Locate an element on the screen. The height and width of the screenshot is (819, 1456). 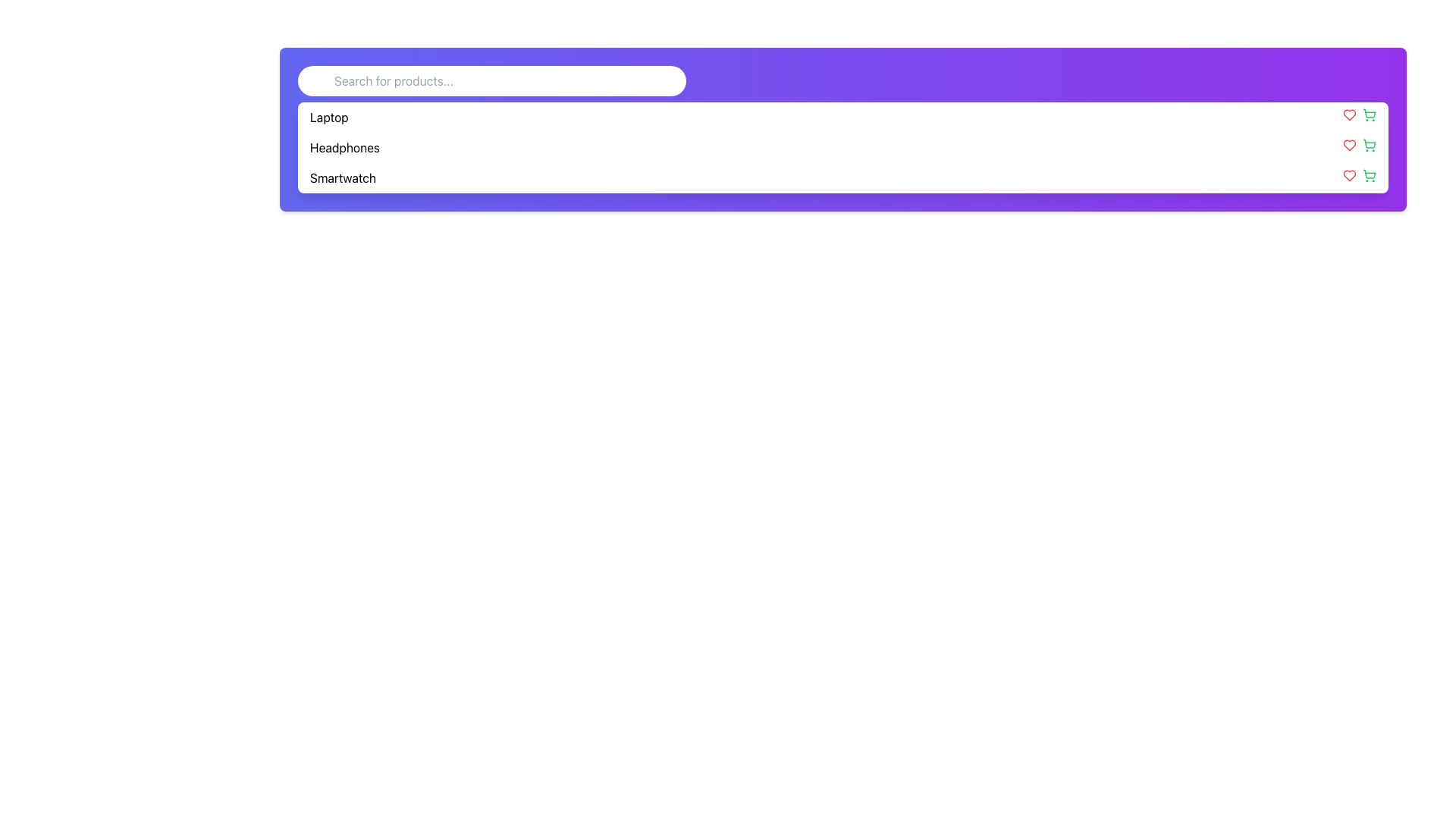
the add to cart button icon, which is the second icon in the group of icons to the right of the product list row is located at coordinates (1369, 146).